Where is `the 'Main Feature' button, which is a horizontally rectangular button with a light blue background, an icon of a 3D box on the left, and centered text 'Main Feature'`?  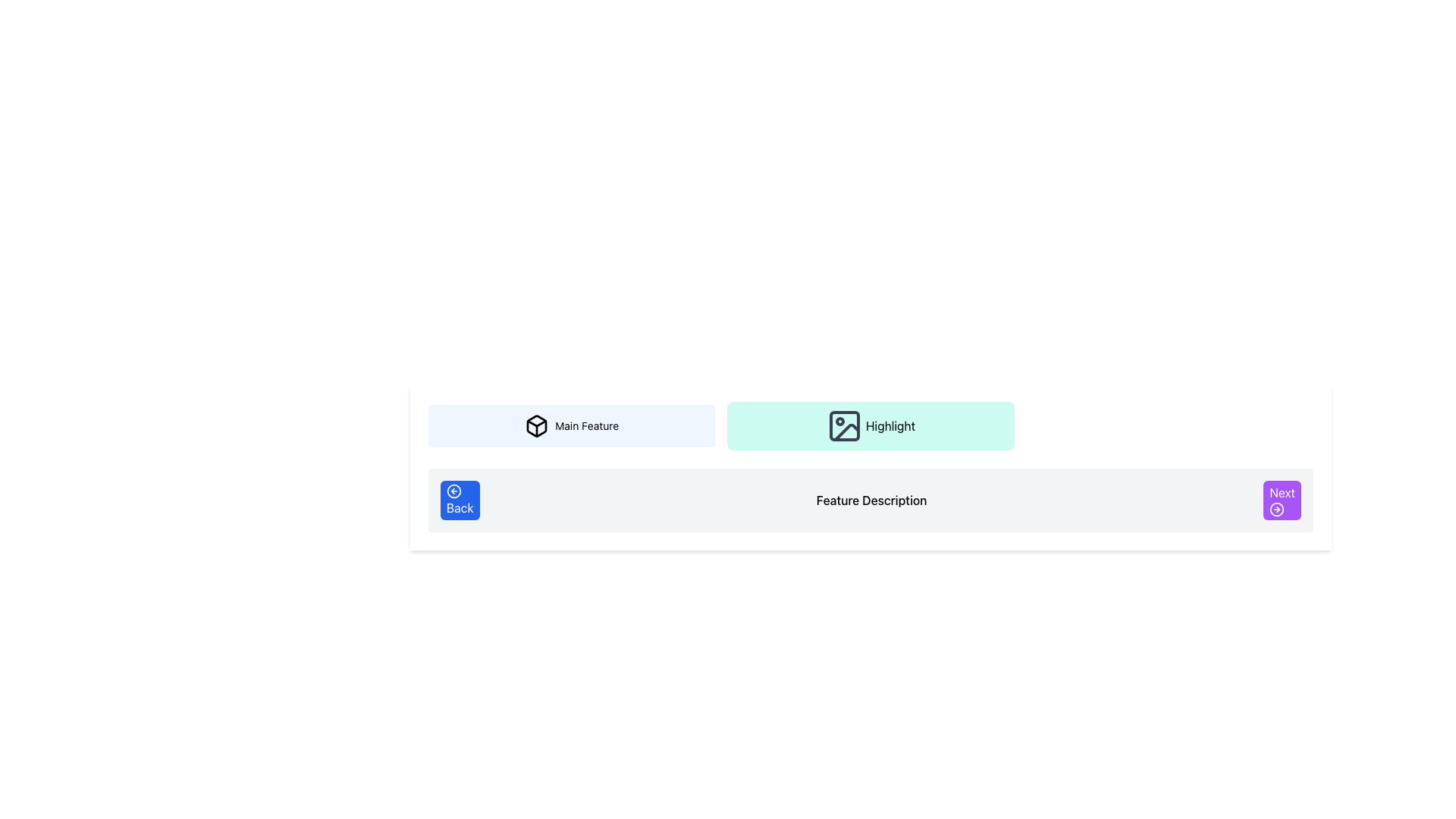 the 'Main Feature' button, which is a horizontally rectangular button with a light blue background, an icon of a 3D box on the left, and centered text 'Main Feature' is located at coordinates (571, 426).